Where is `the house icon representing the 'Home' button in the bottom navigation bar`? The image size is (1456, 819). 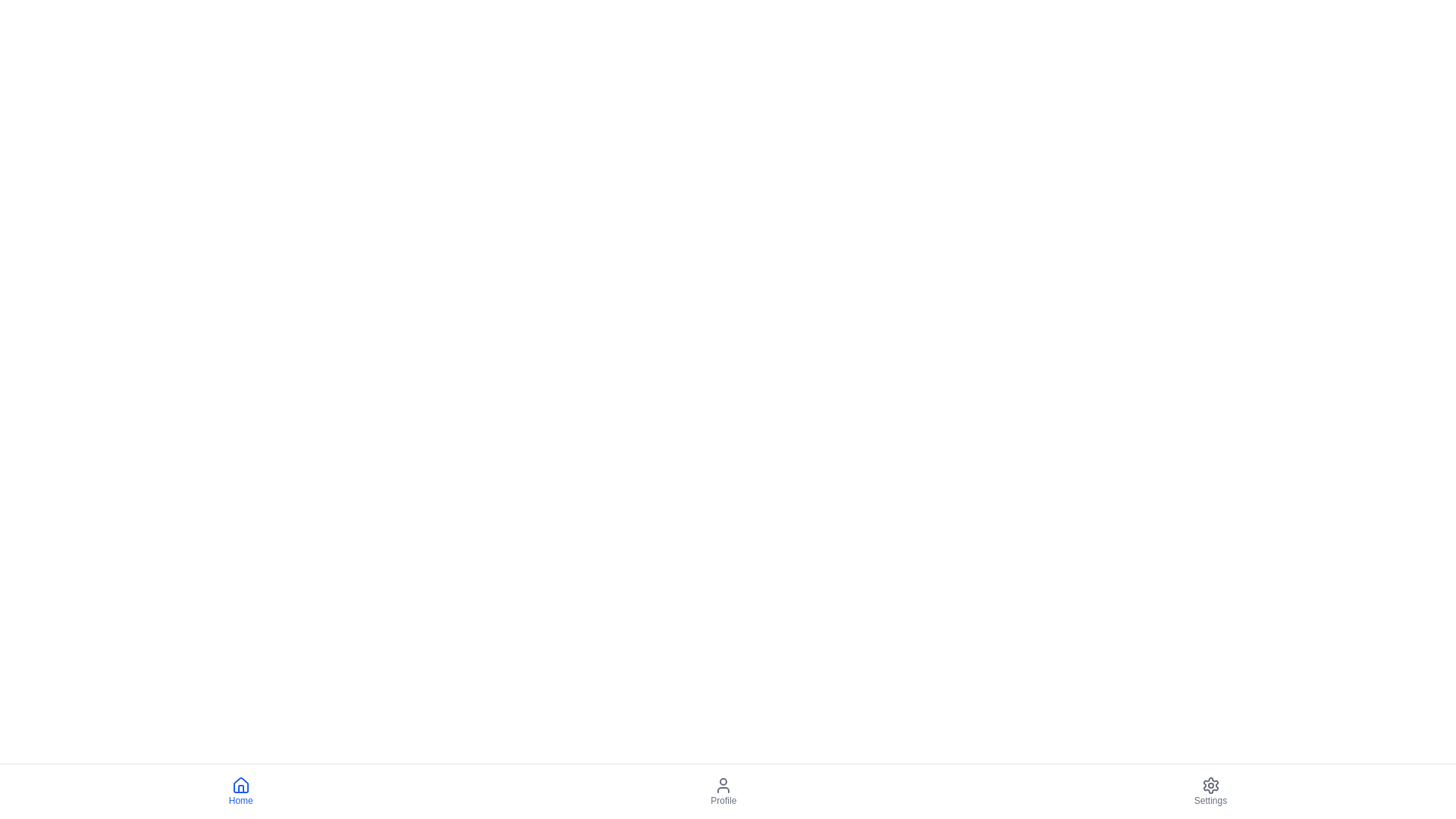
the house icon representing the 'Home' button in the bottom navigation bar is located at coordinates (240, 785).